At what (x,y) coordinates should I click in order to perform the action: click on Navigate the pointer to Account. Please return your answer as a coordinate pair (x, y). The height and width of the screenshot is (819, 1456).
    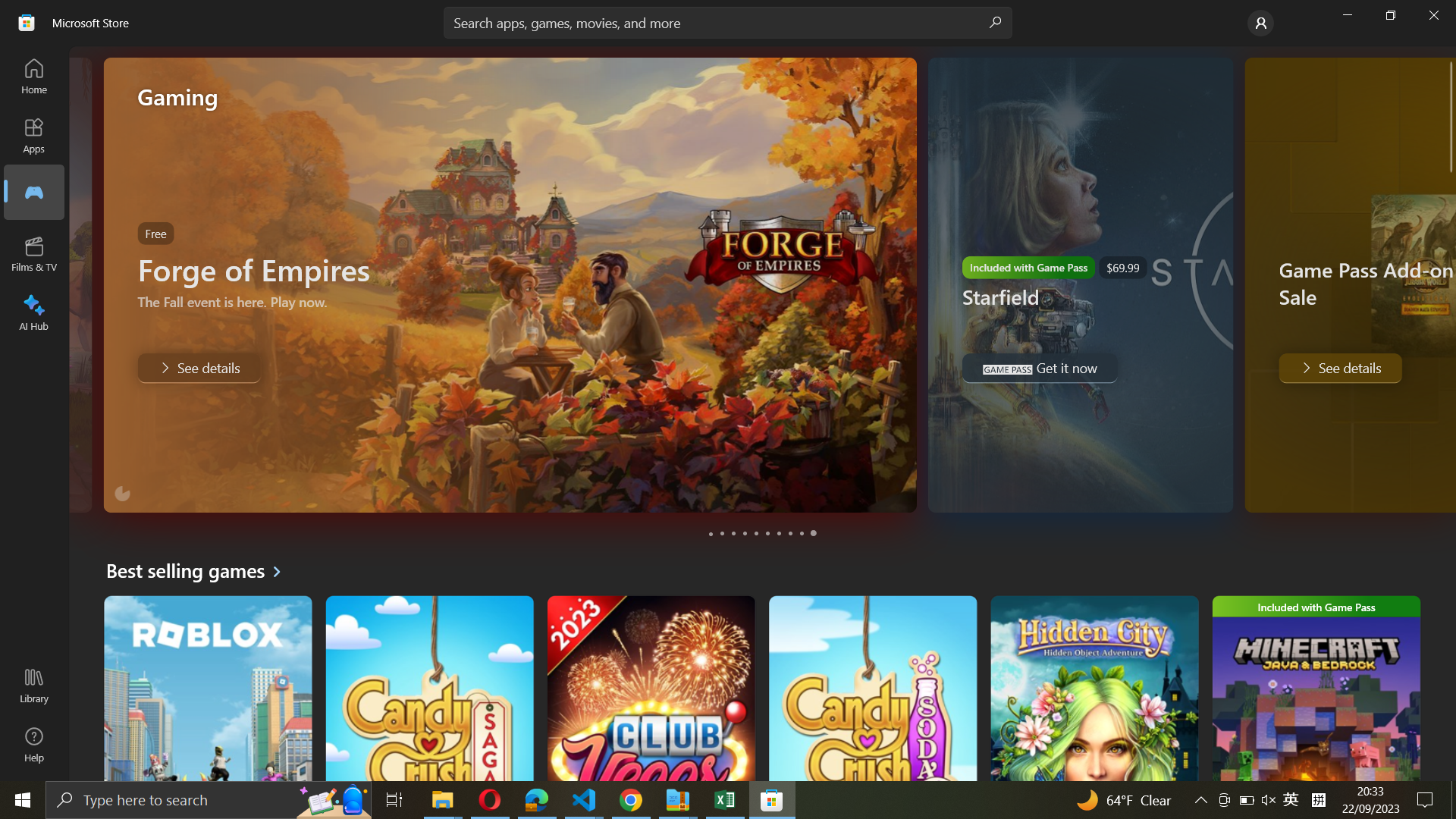
    Looking at the image, I should click on (2418416, 24570).